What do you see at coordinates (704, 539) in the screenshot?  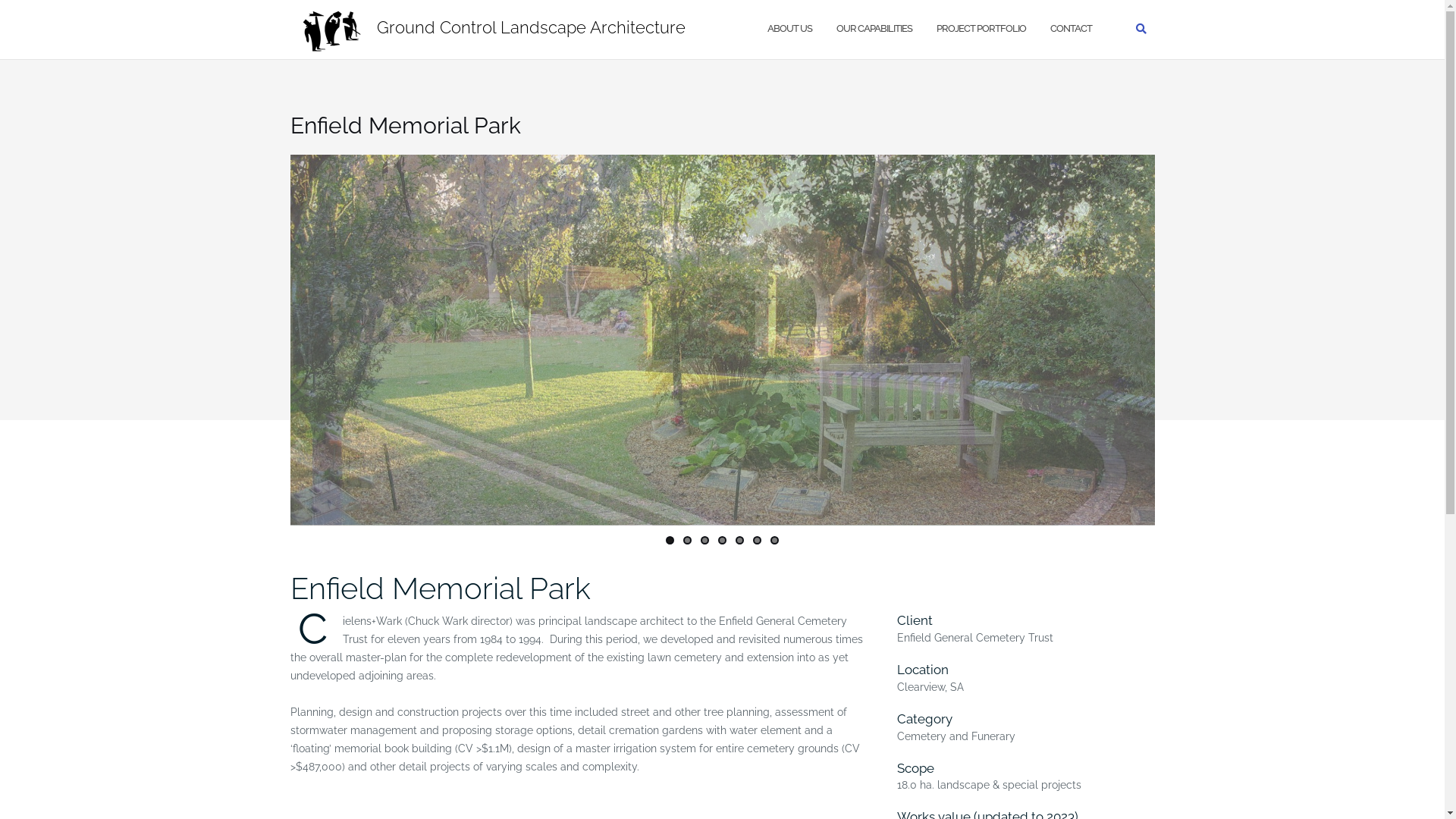 I see `'3'` at bounding box center [704, 539].